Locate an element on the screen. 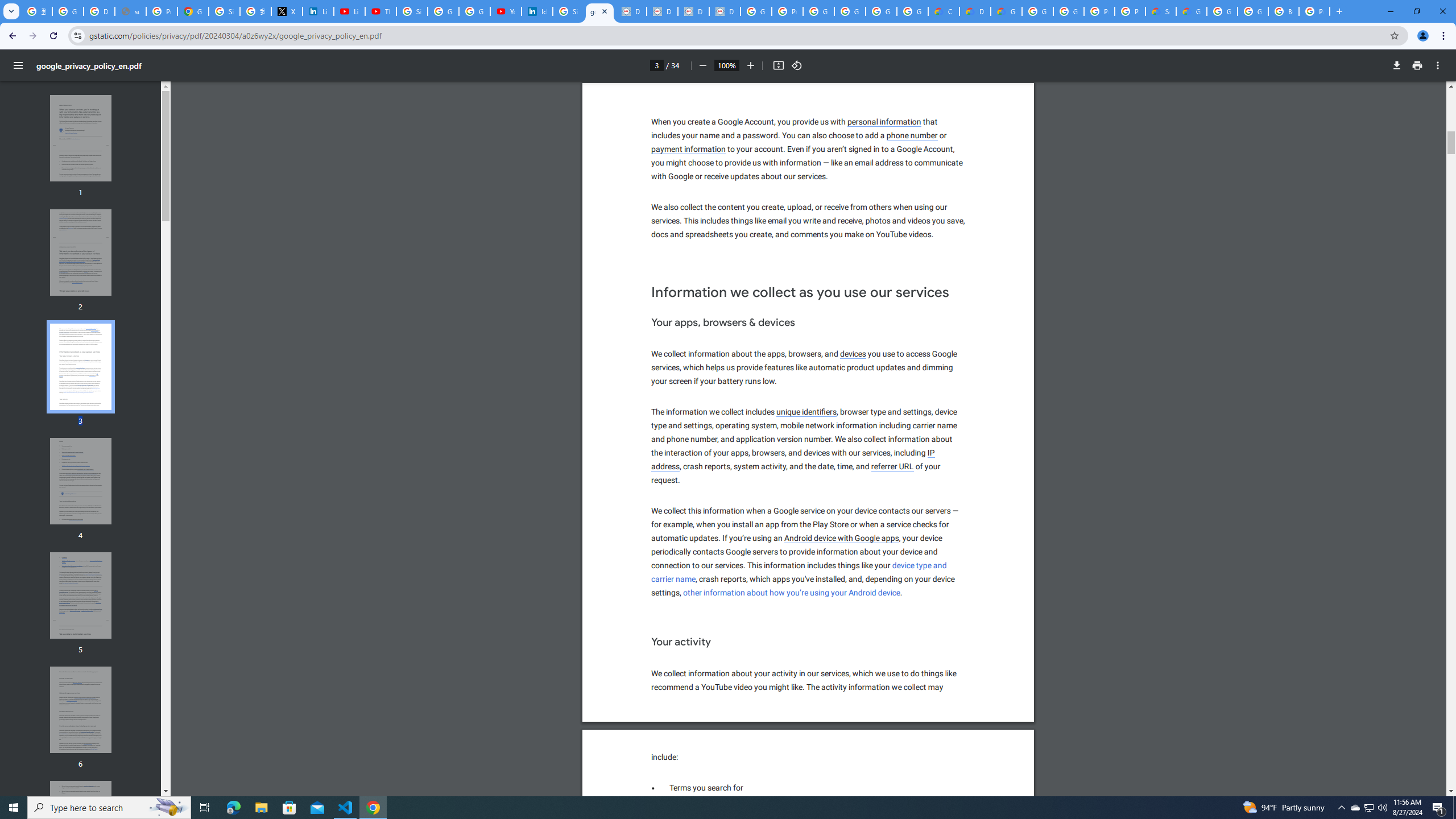 This screenshot has width=1456, height=819. 'Data Privacy Framework' is located at coordinates (693, 11).